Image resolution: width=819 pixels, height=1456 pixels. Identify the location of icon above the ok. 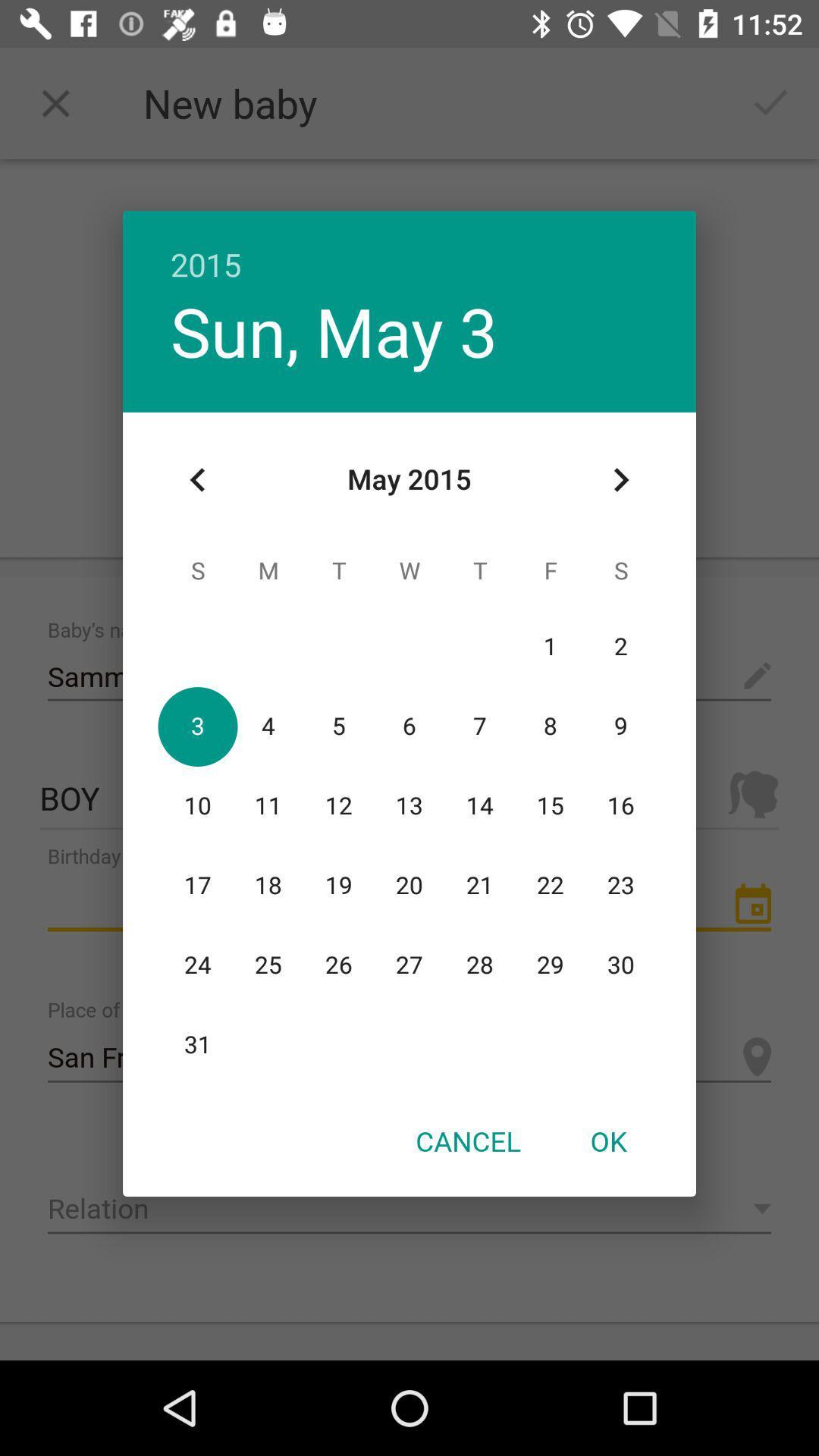
(620, 479).